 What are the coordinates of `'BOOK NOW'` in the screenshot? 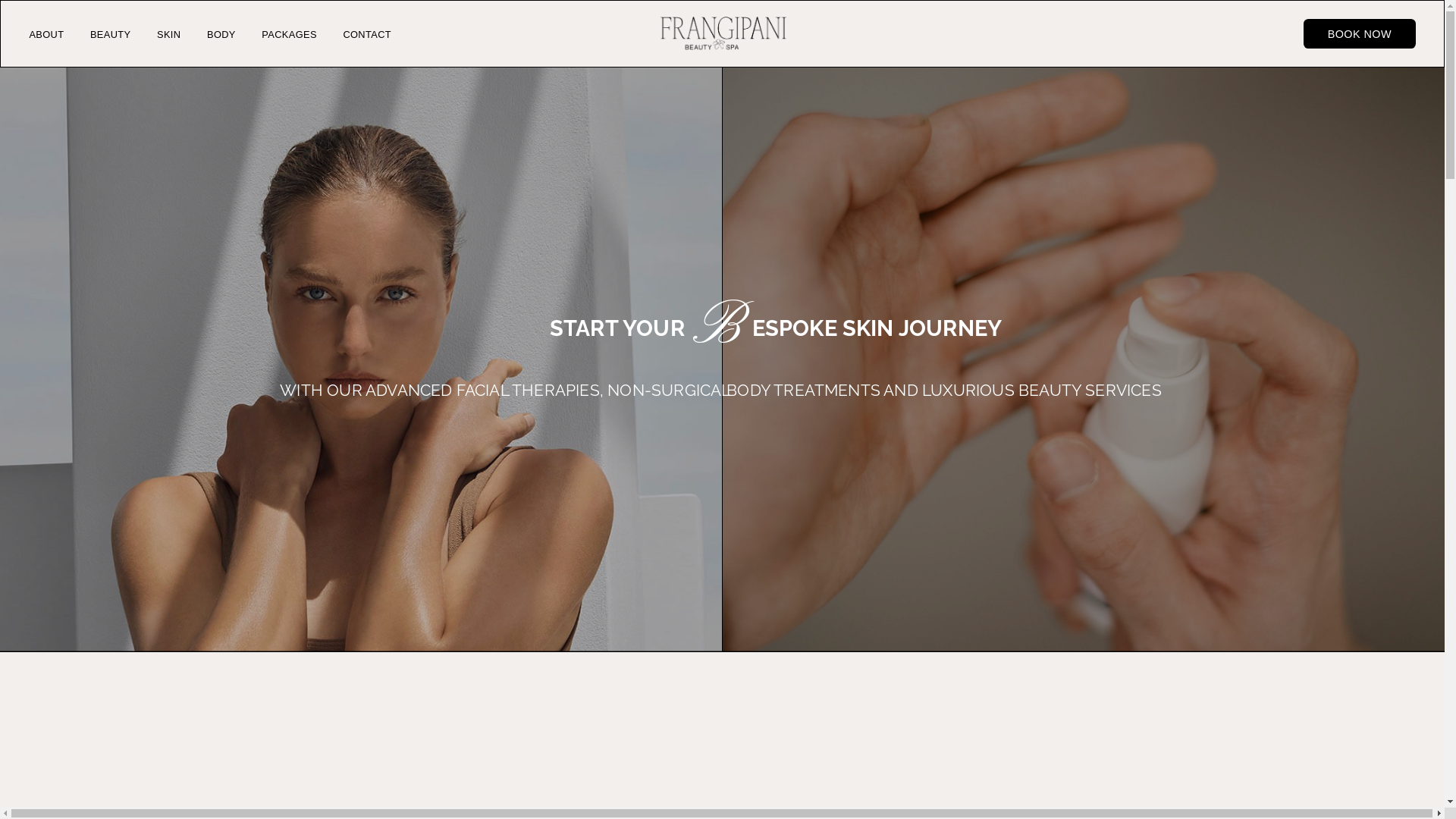 It's located at (1360, 33).